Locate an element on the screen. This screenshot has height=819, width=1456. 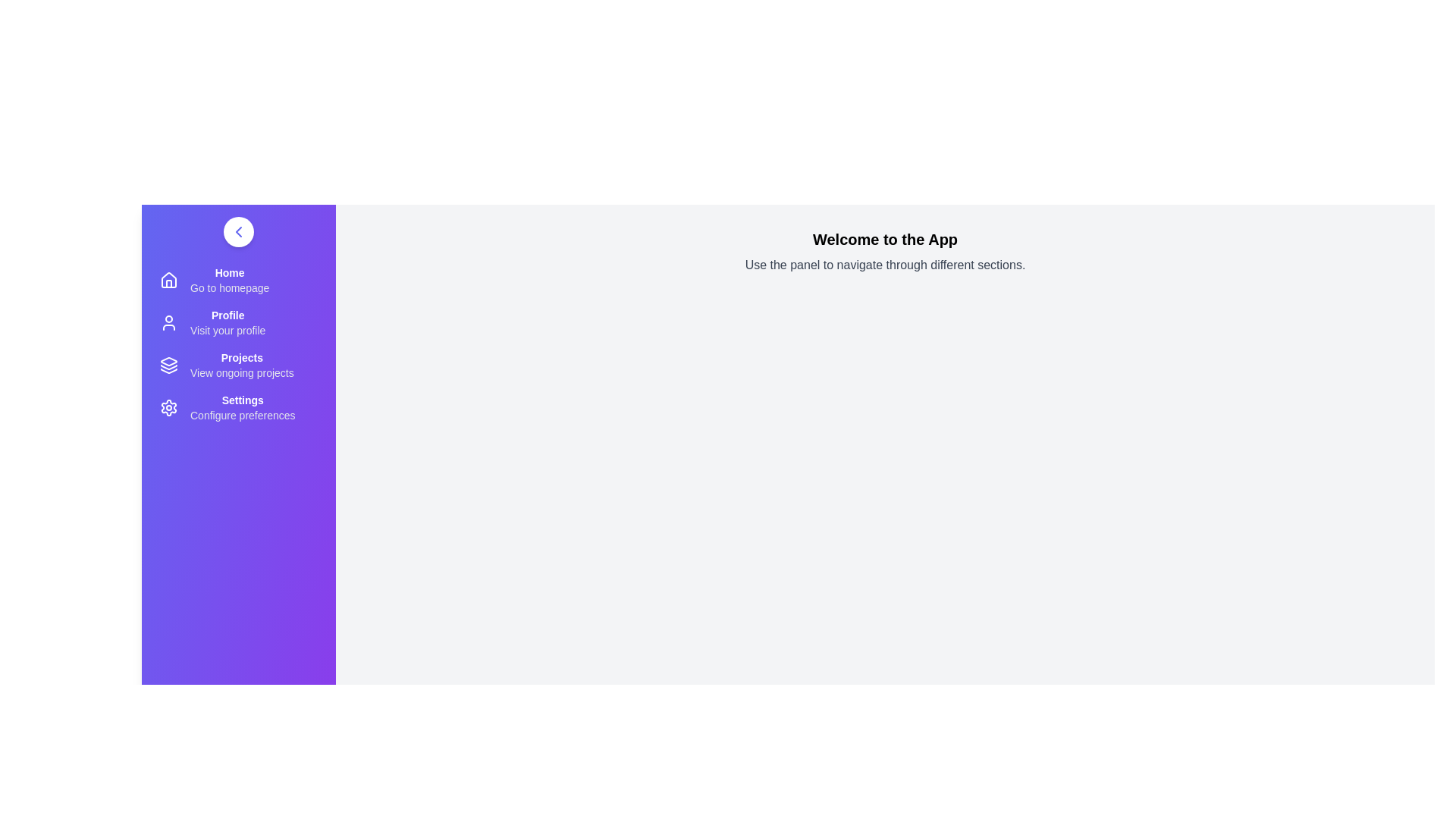
the 'Projects' menu item to view ongoing projects is located at coordinates (238, 366).